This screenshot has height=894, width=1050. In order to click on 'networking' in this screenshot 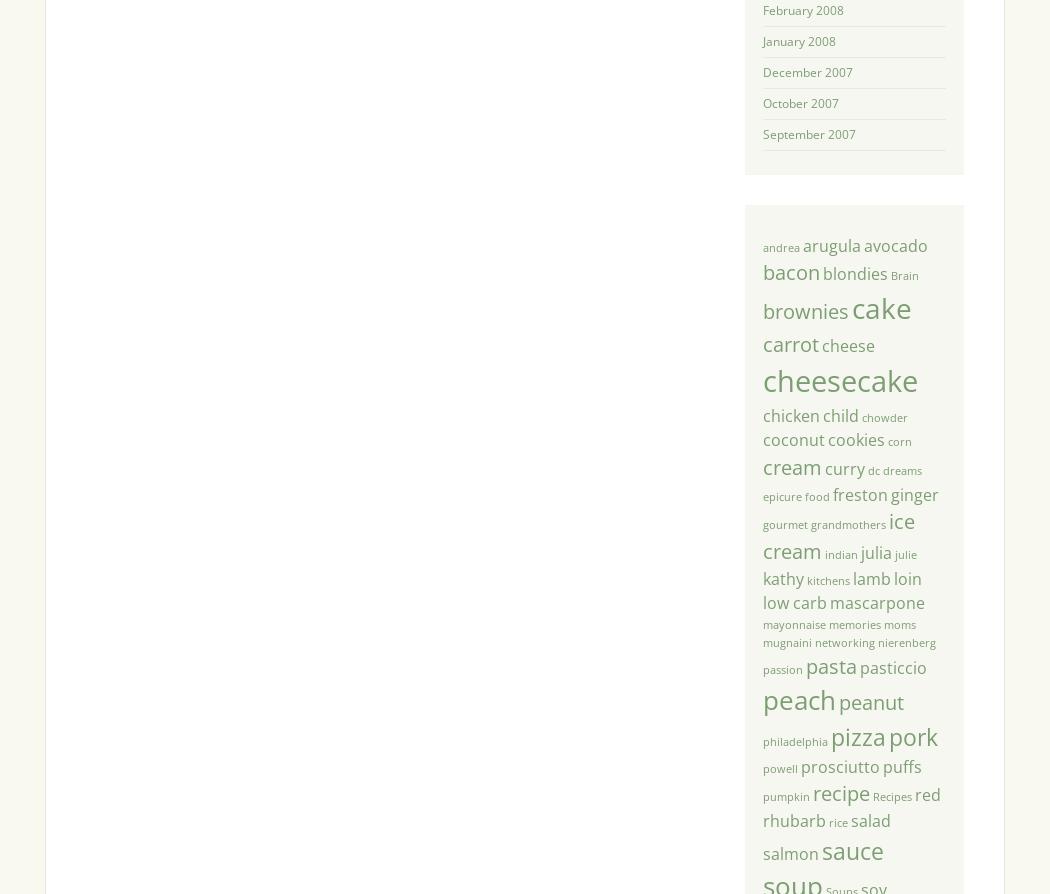, I will do `click(812, 641)`.